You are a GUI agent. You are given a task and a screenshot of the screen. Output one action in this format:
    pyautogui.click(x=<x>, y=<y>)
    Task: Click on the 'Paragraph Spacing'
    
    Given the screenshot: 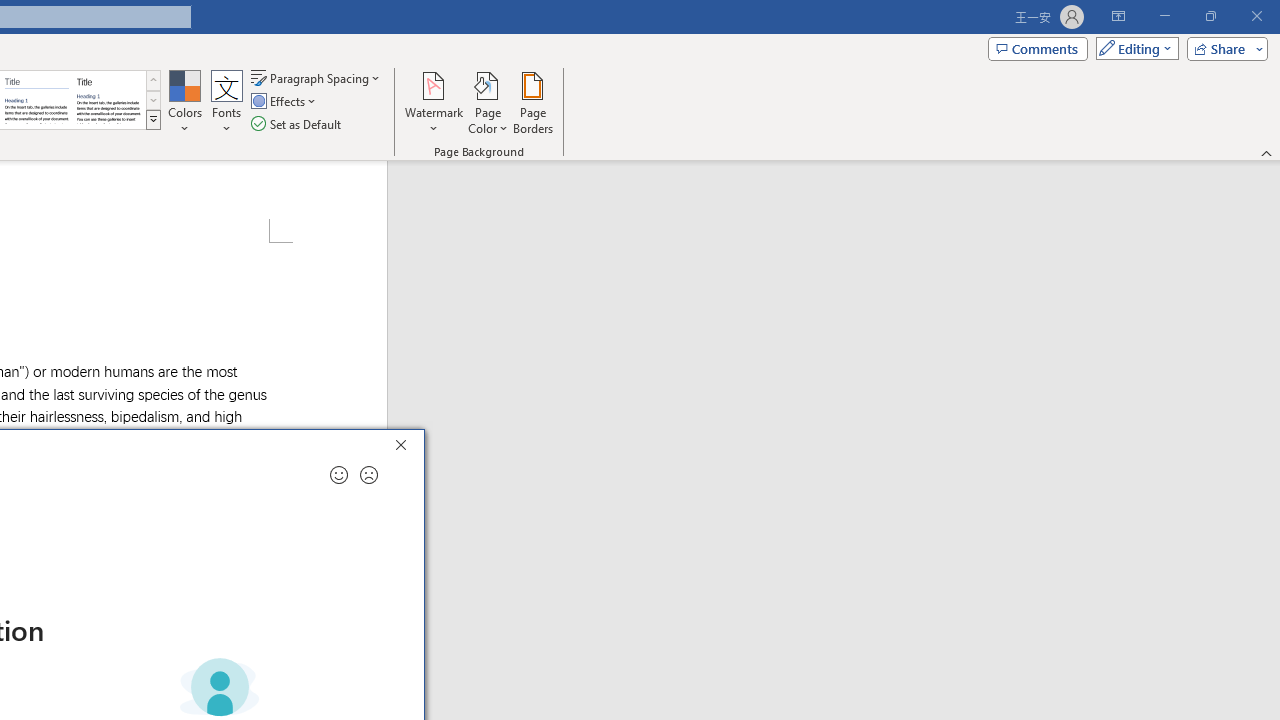 What is the action you would take?
    pyautogui.click(x=316, y=77)
    